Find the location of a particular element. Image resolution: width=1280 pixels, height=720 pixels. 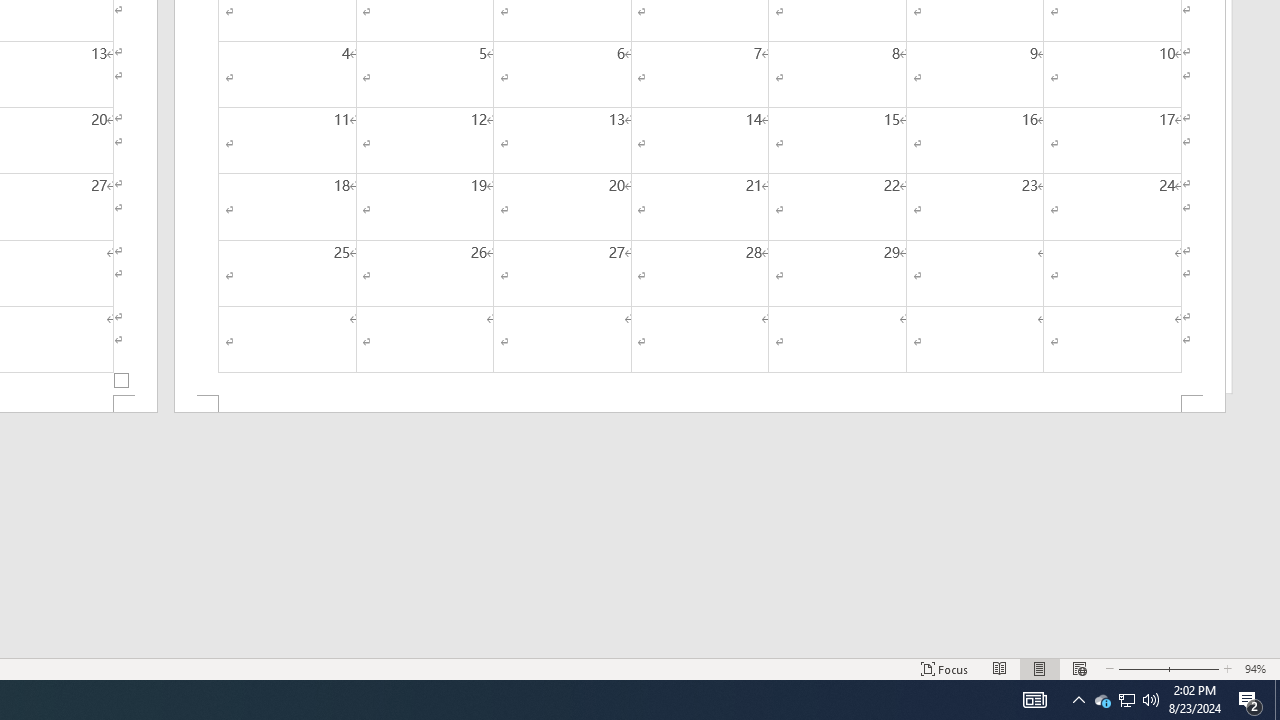

'Zoom Out' is located at coordinates (1141, 669).